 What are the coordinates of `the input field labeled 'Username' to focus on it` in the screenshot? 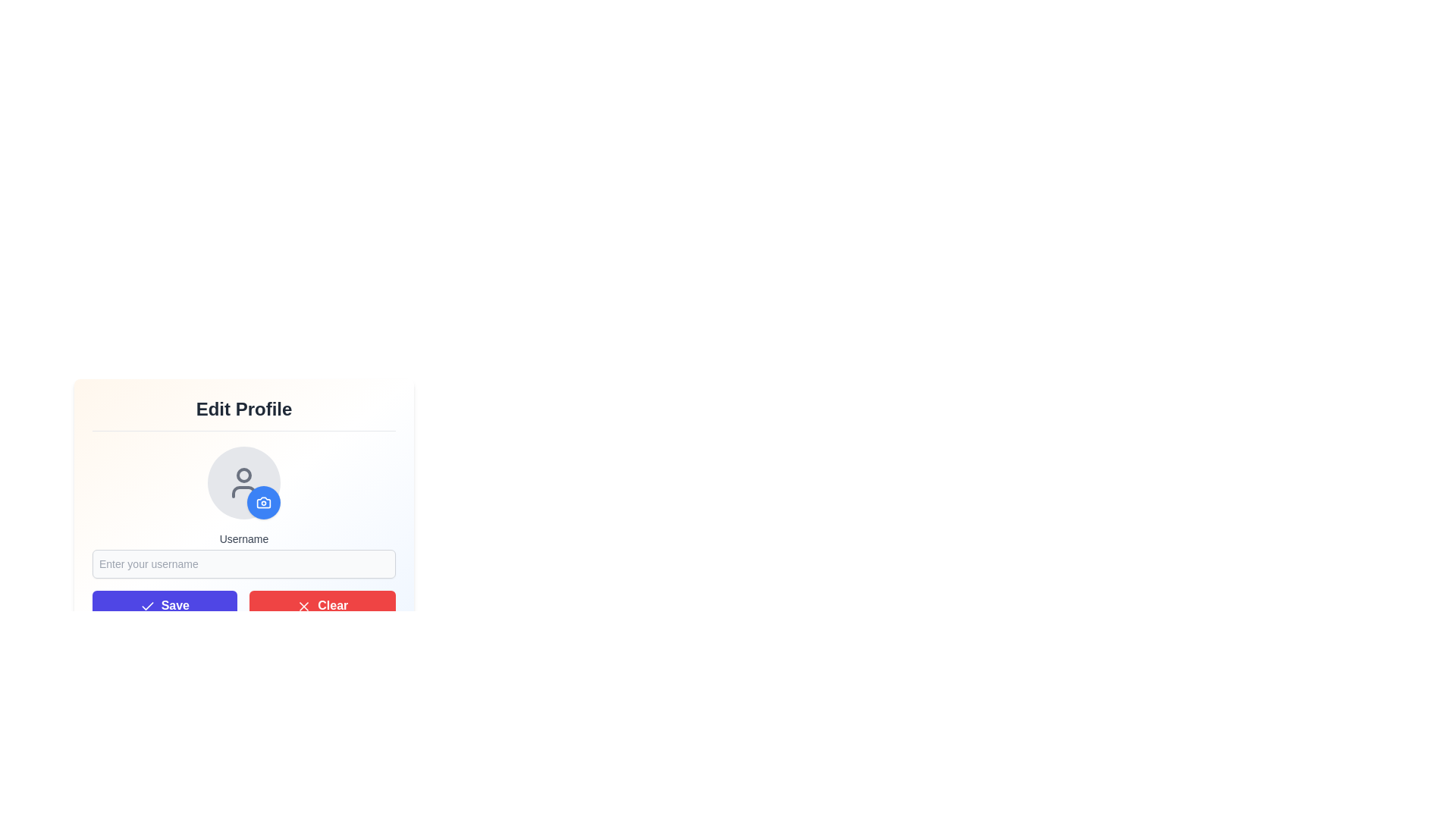 It's located at (243, 555).